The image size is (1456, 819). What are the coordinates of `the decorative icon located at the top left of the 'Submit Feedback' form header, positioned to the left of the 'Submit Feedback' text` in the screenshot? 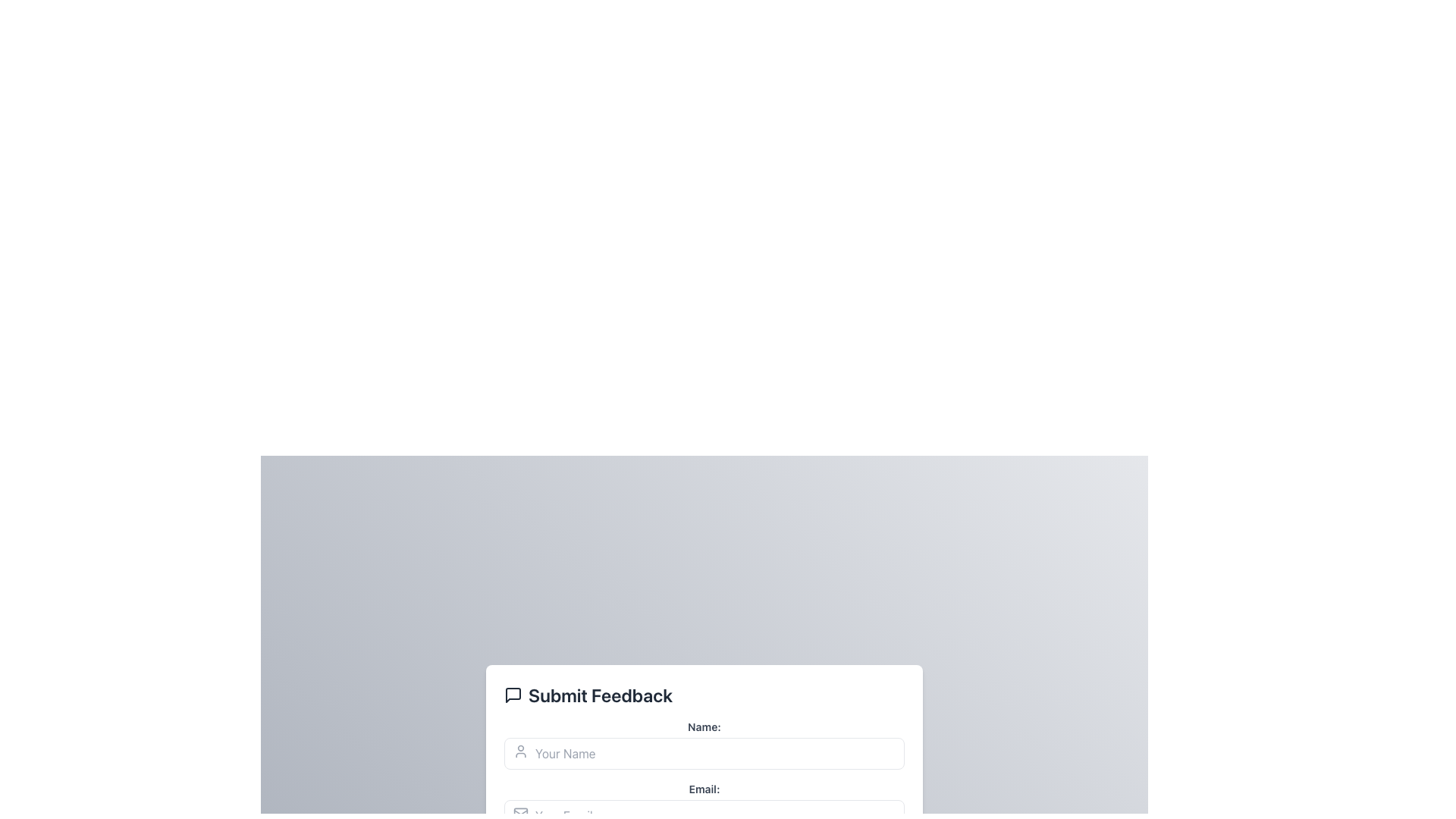 It's located at (513, 695).